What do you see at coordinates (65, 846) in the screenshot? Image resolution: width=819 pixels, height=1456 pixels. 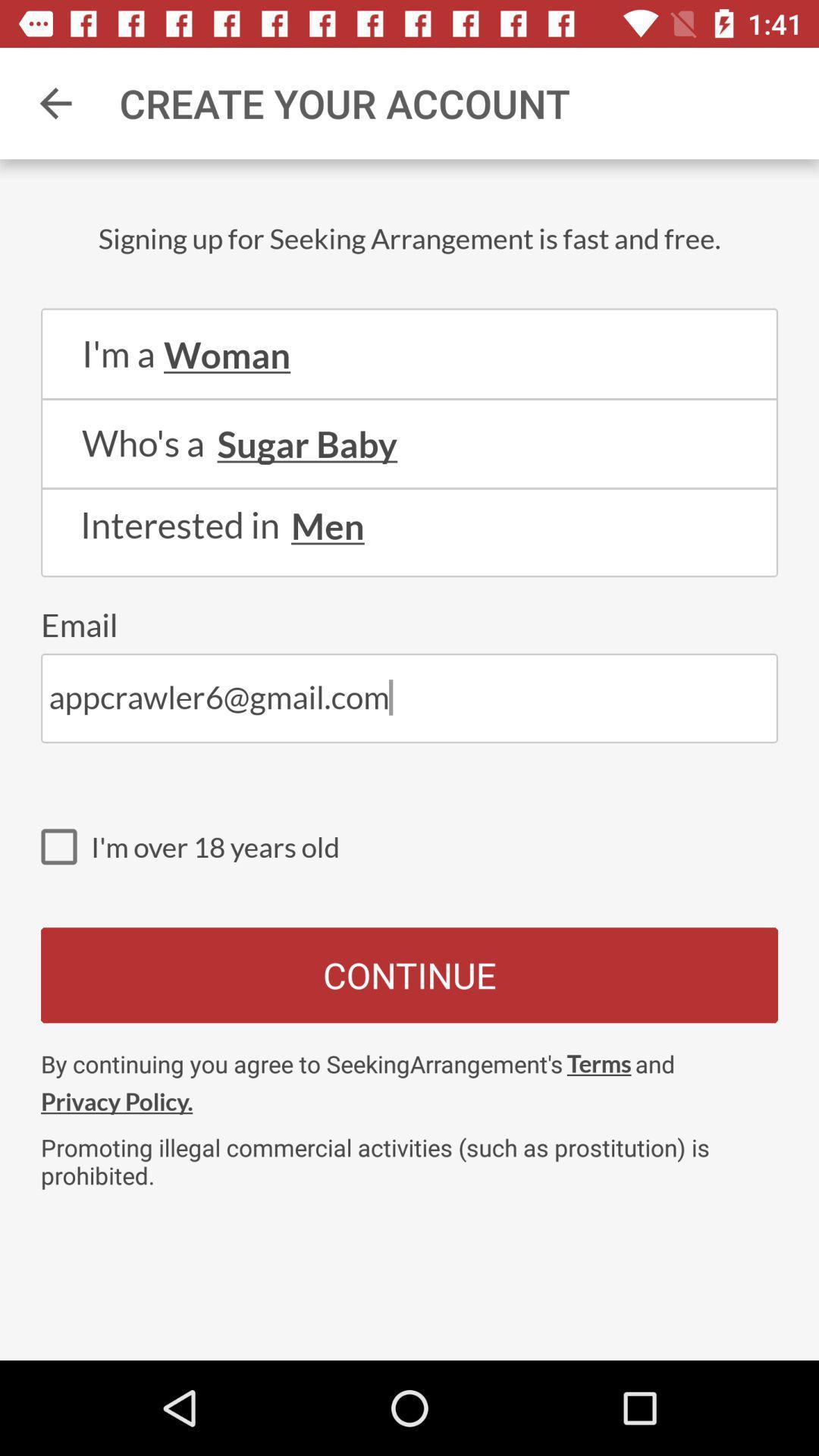 I see `the icon above the continue` at bounding box center [65, 846].